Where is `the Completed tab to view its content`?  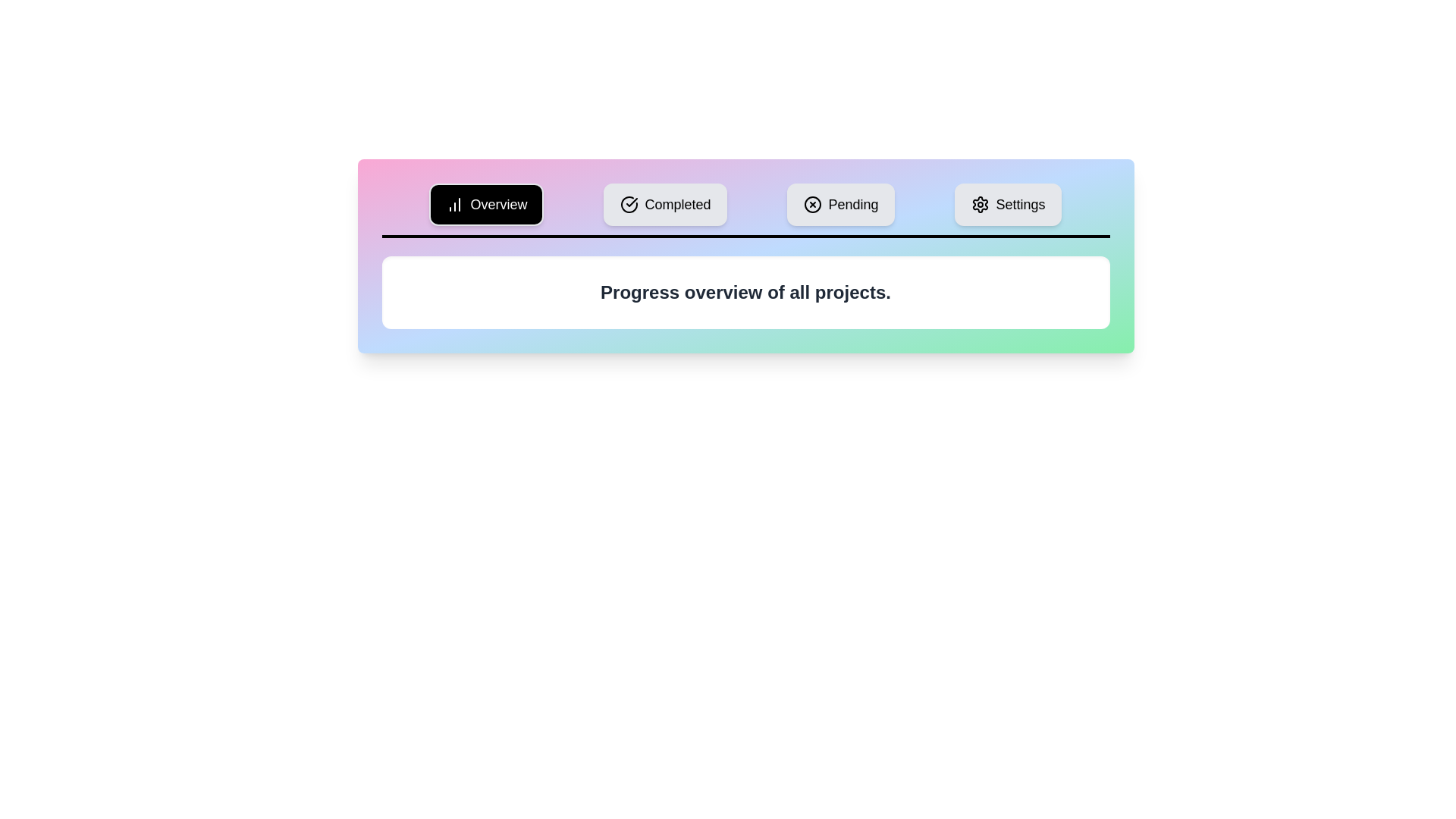 the Completed tab to view its content is located at coordinates (666, 205).